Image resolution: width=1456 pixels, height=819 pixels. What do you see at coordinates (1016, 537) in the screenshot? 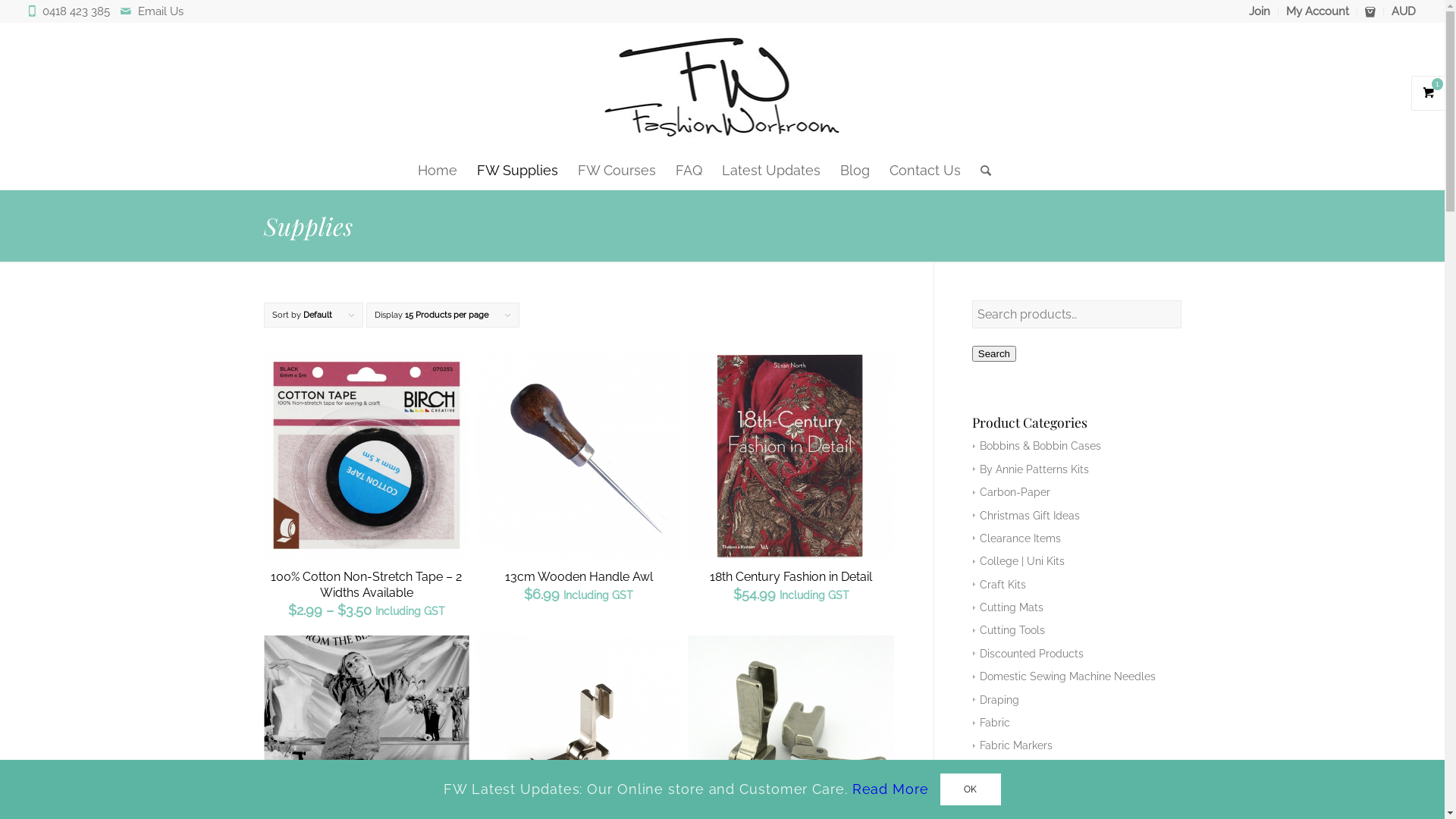
I see `'Clearance Items'` at bounding box center [1016, 537].